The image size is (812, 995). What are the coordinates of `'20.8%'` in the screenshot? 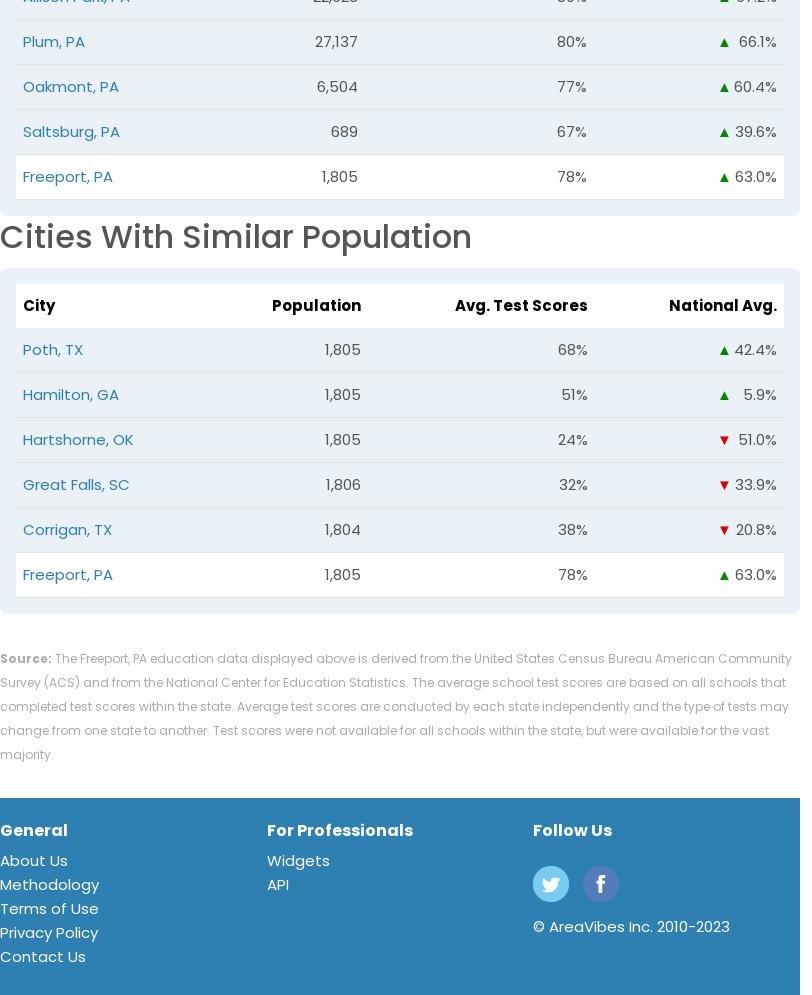 It's located at (756, 528).